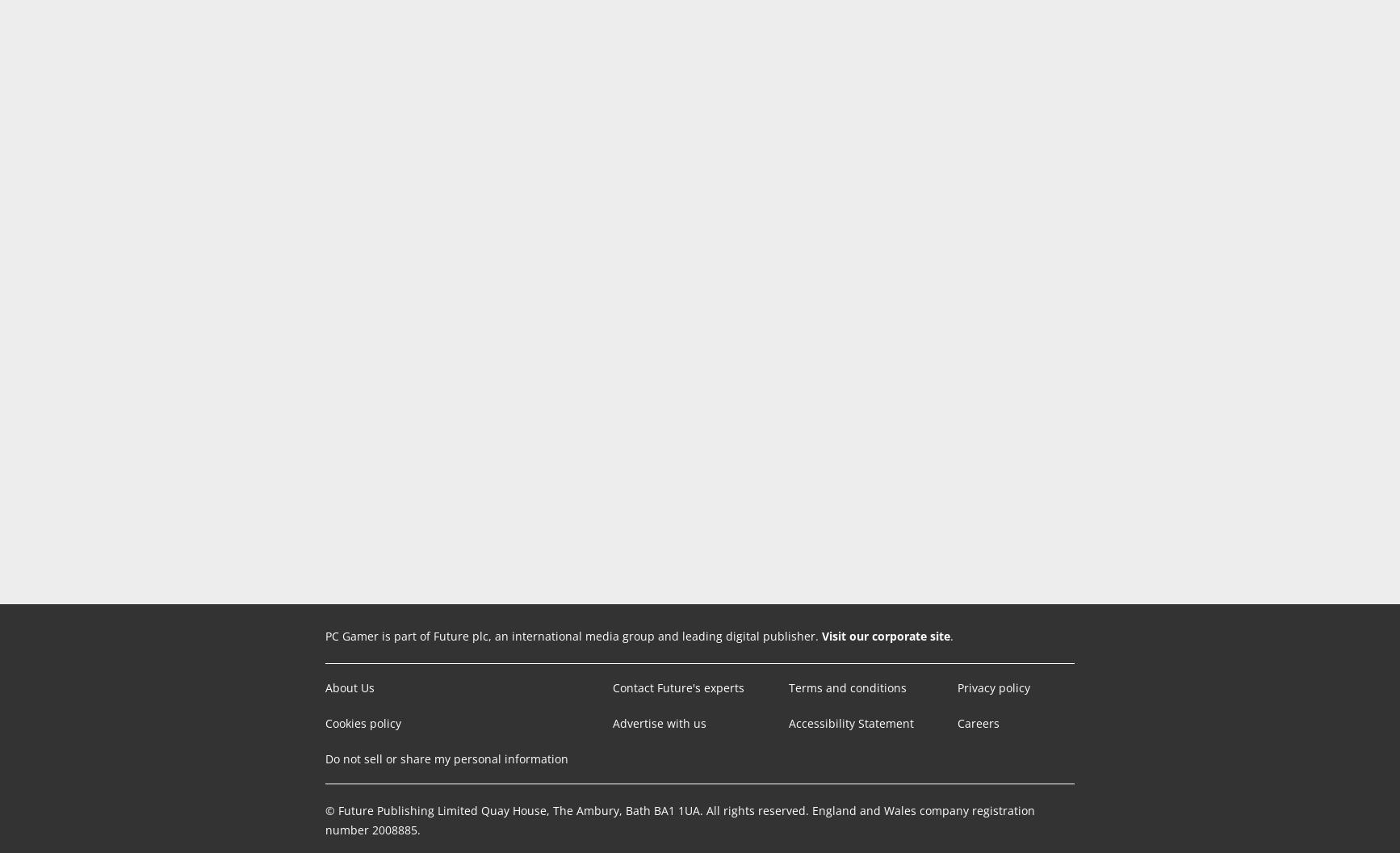 This screenshot has width=1400, height=853. I want to click on '.', so click(951, 635).